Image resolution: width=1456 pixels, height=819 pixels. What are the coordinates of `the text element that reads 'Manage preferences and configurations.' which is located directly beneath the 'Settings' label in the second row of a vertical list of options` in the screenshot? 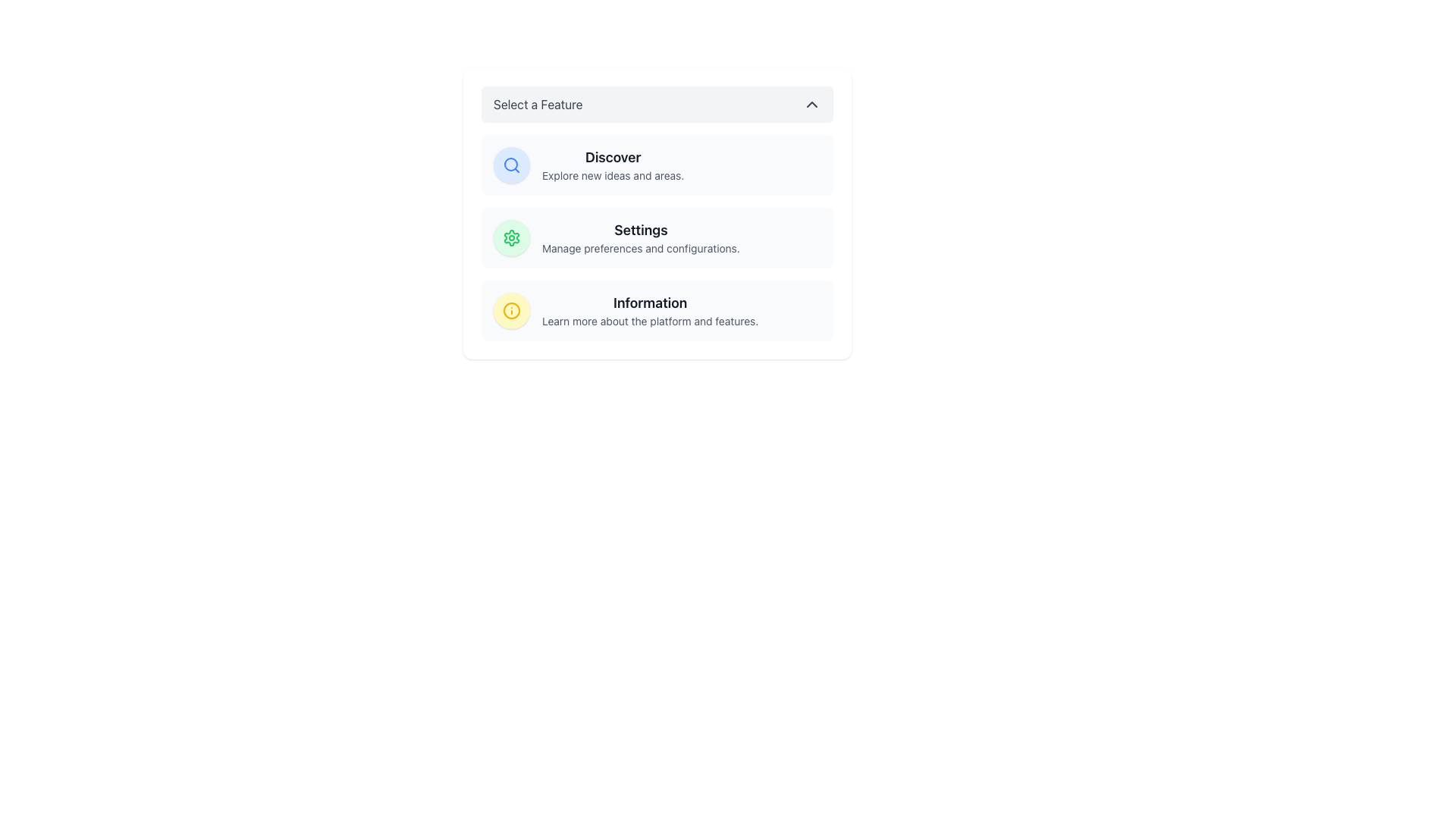 It's located at (641, 247).